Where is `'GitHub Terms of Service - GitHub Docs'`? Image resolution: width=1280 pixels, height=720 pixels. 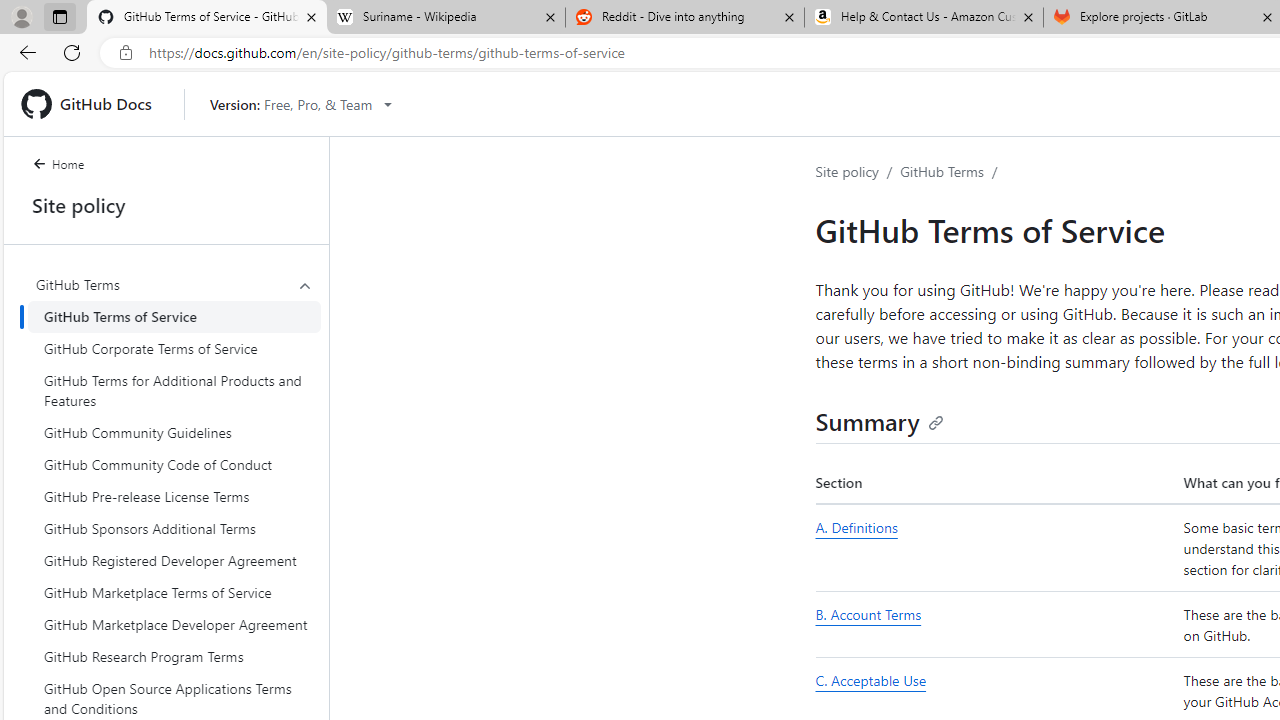
'GitHub Terms of Service - GitHub Docs' is located at coordinates (207, 17).